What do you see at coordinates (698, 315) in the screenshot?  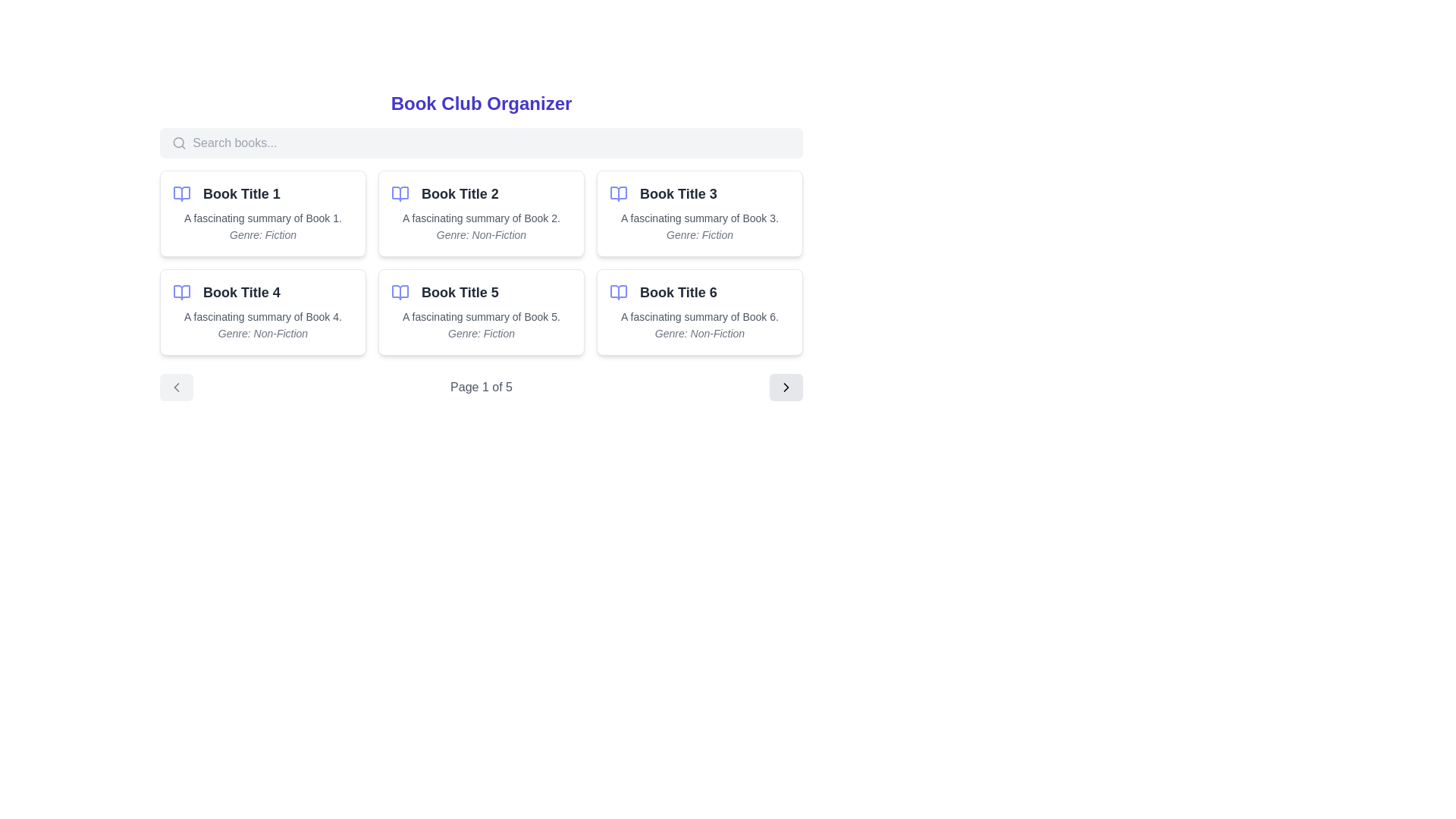 I see `the text element reading 'A fascinating summary of Book 6.' which is styled in gray and located within the card for Book Title 6` at bounding box center [698, 315].